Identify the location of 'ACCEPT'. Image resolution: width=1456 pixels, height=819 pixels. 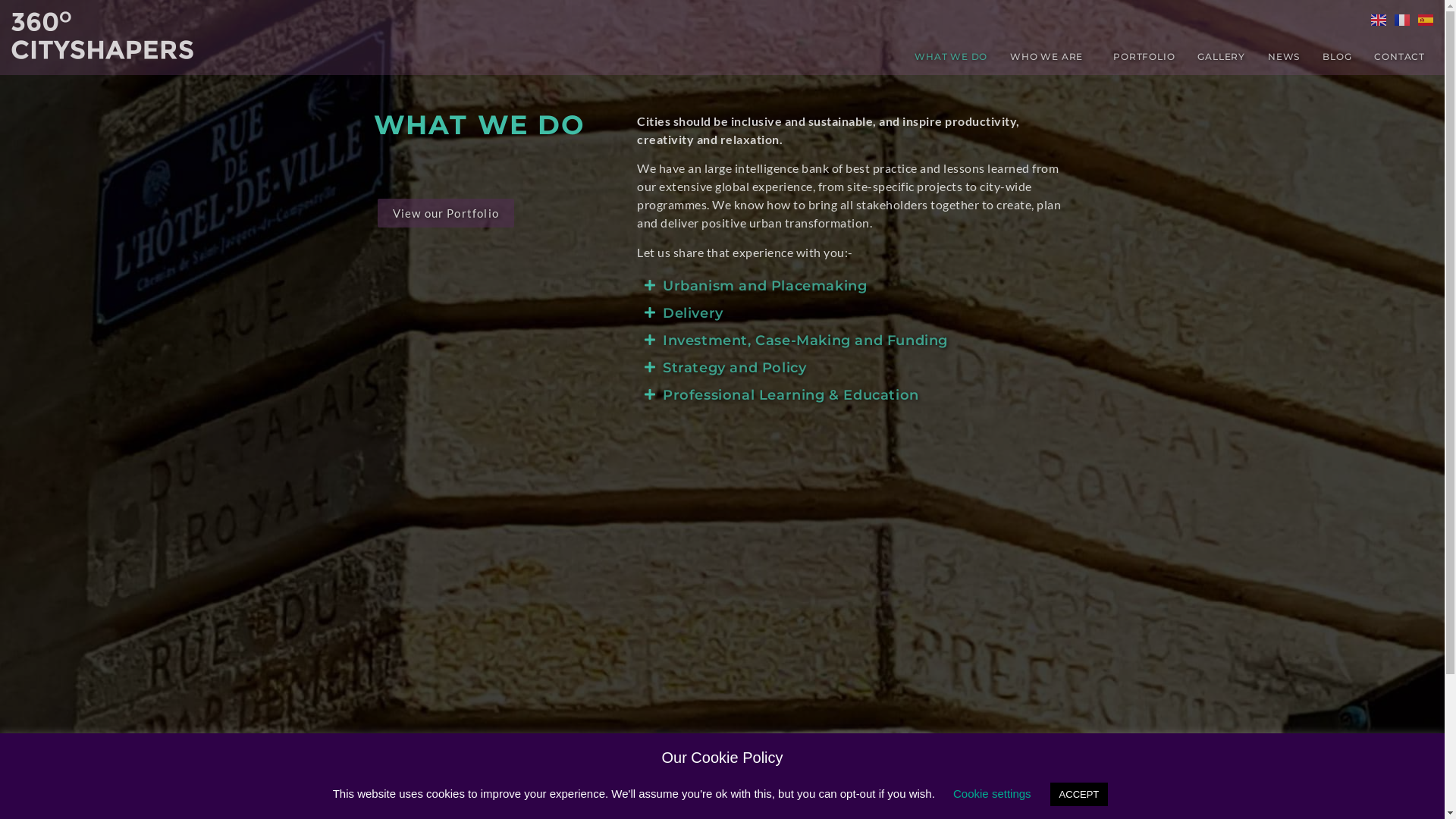
(1078, 793).